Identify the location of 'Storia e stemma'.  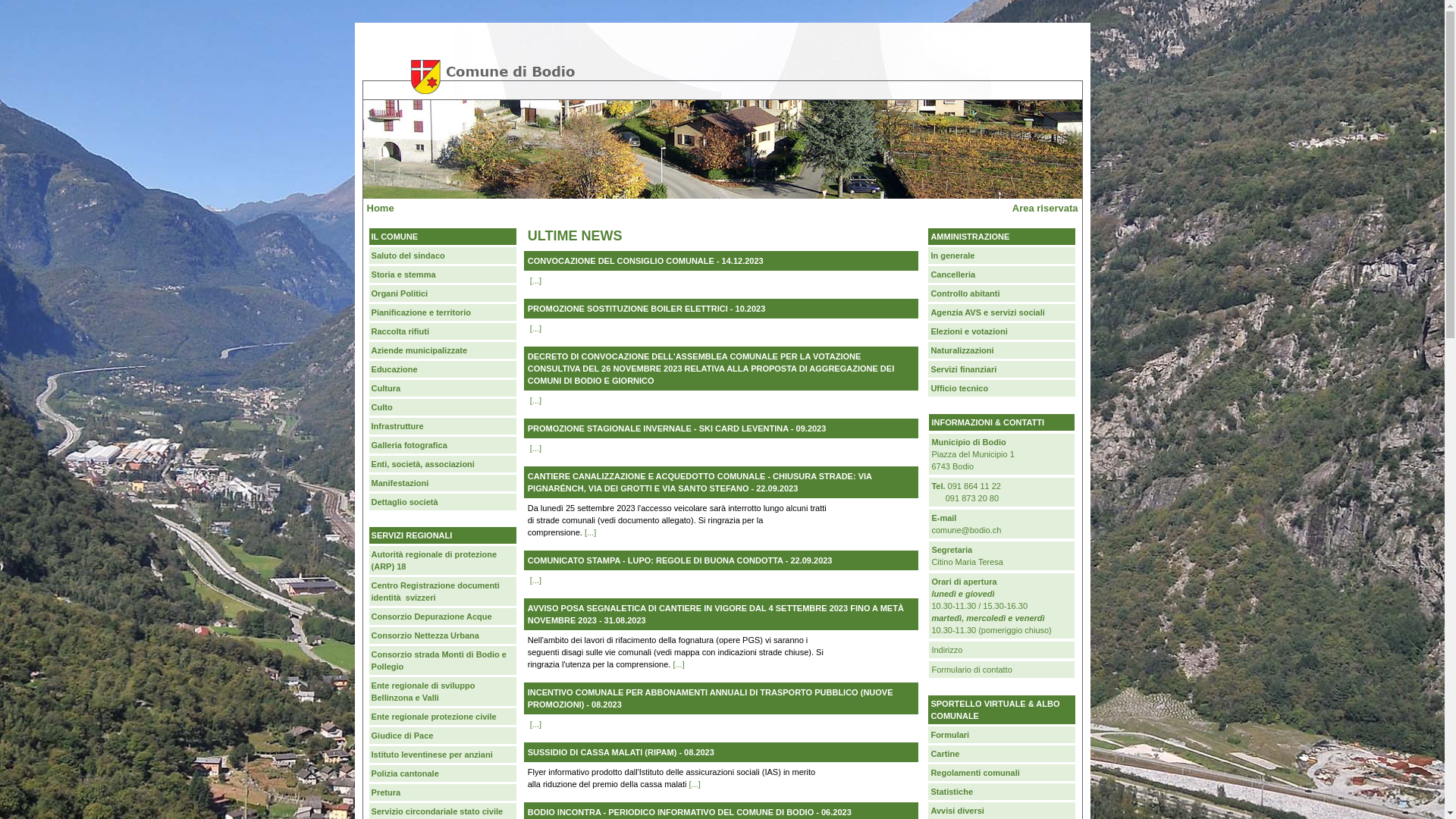
(442, 275).